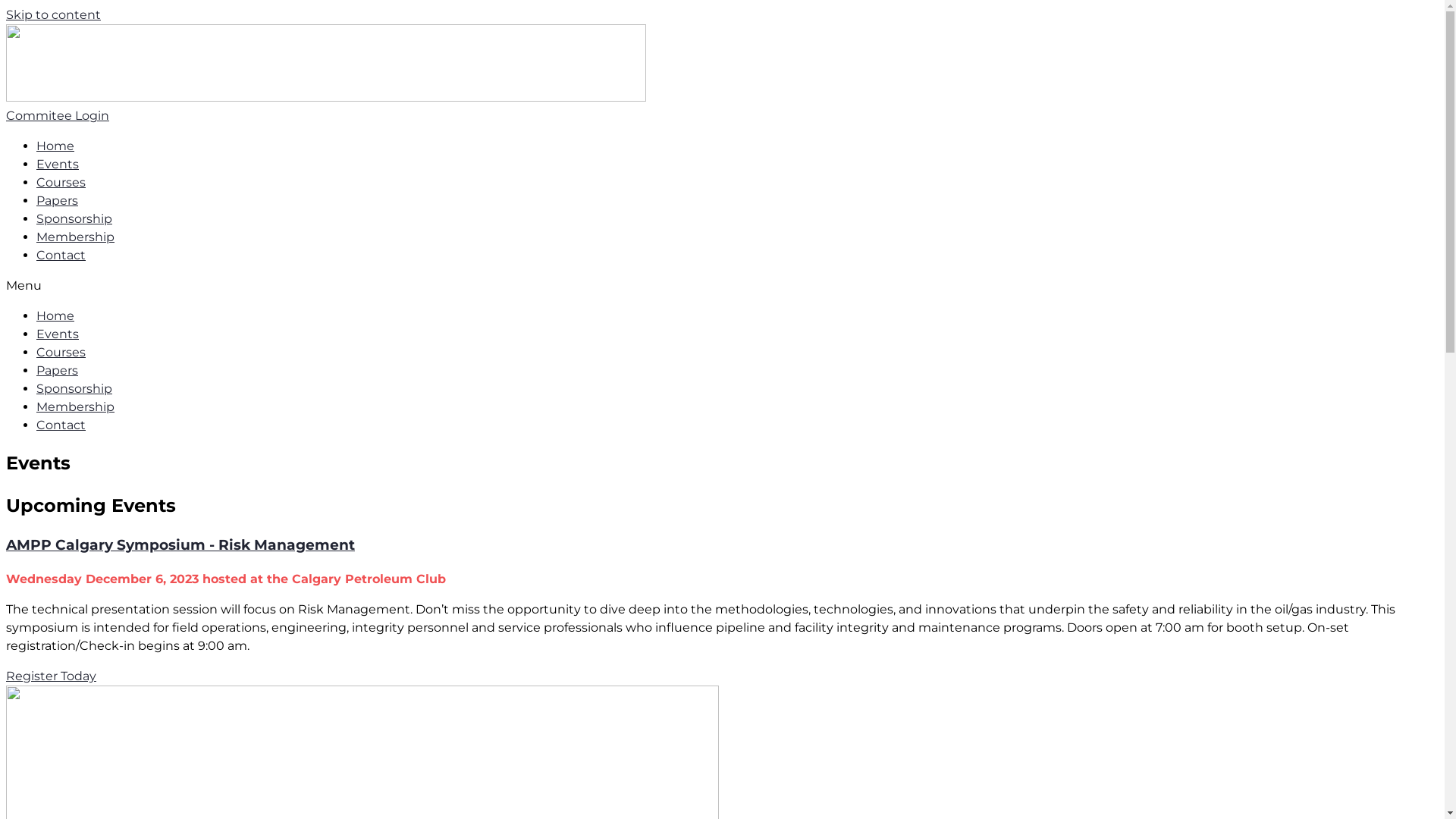 This screenshot has height=819, width=1456. What do you see at coordinates (6, 675) in the screenshot?
I see `'Register Today'` at bounding box center [6, 675].